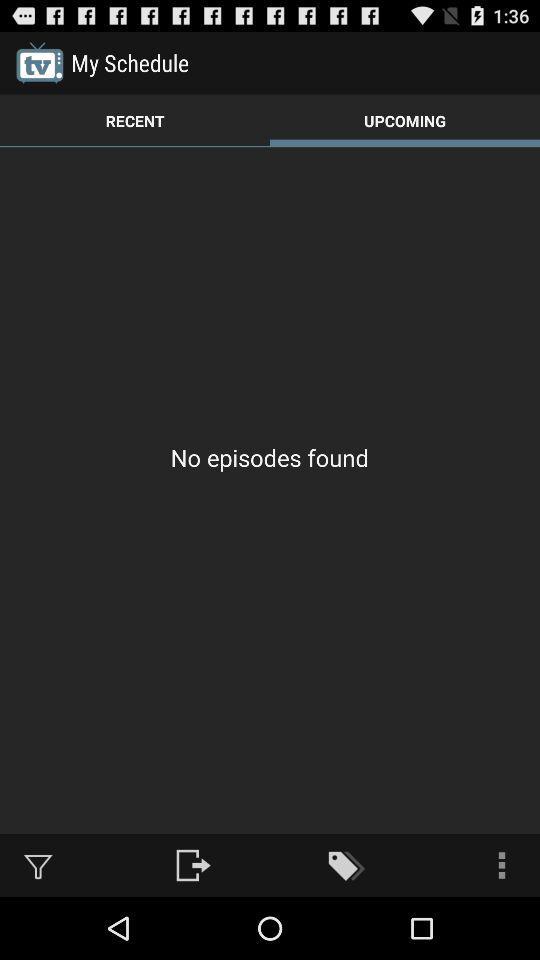 Image resolution: width=540 pixels, height=960 pixels. I want to click on recent item, so click(135, 120).